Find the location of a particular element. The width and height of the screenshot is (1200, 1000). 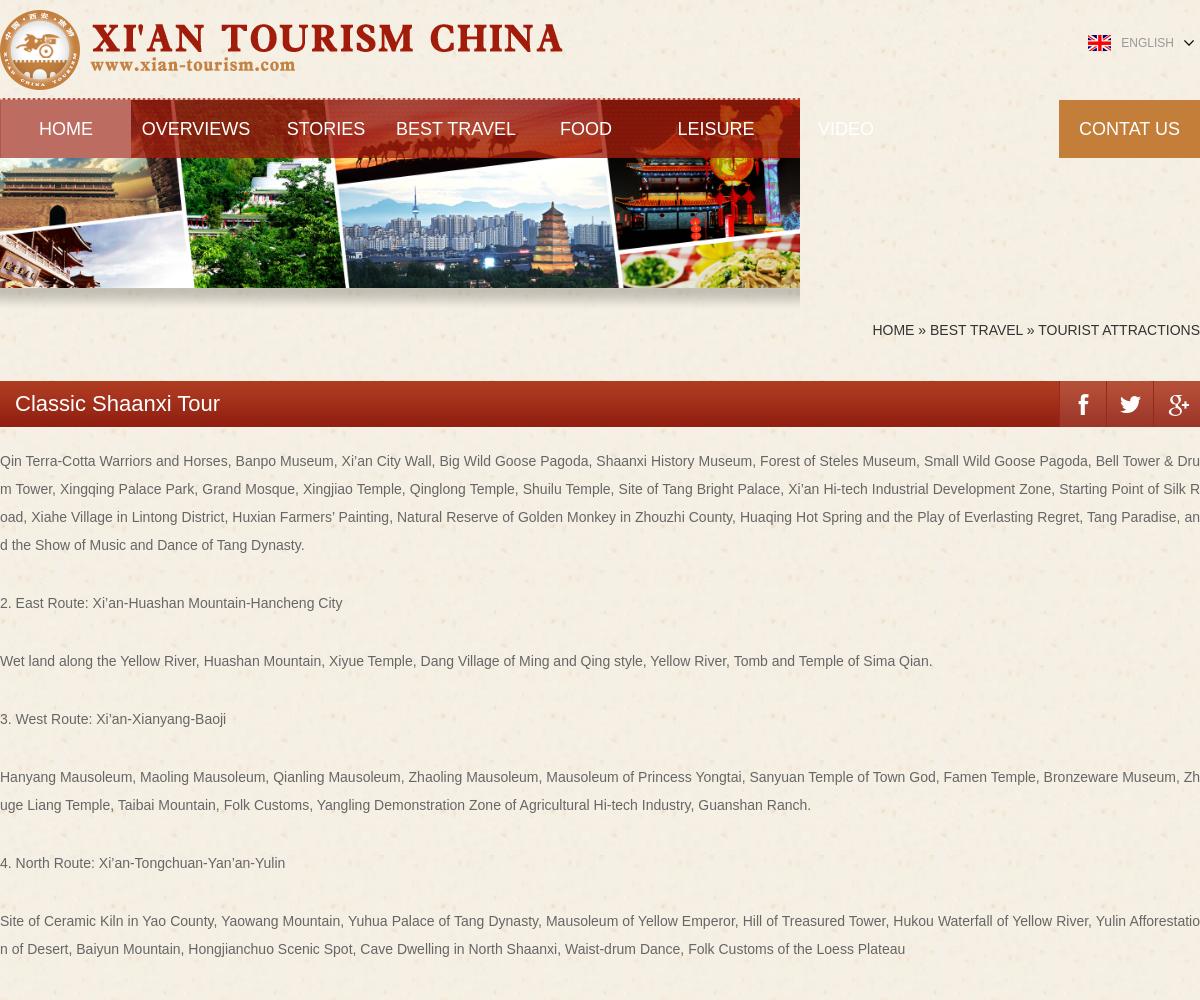

'Classic Shaanxi Tour' is located at coordinates (117, 402).